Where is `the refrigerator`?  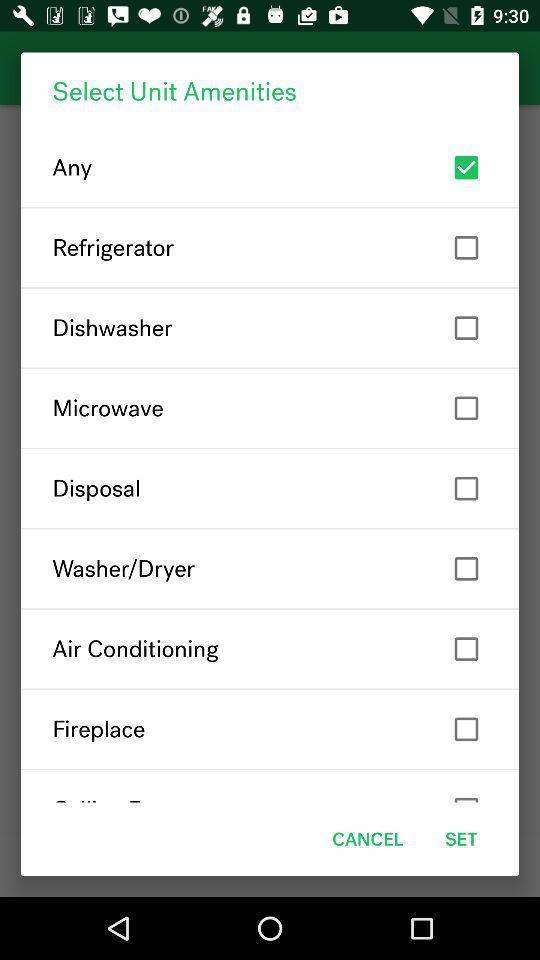
the refrigerator is located at coordinates (270, 246).